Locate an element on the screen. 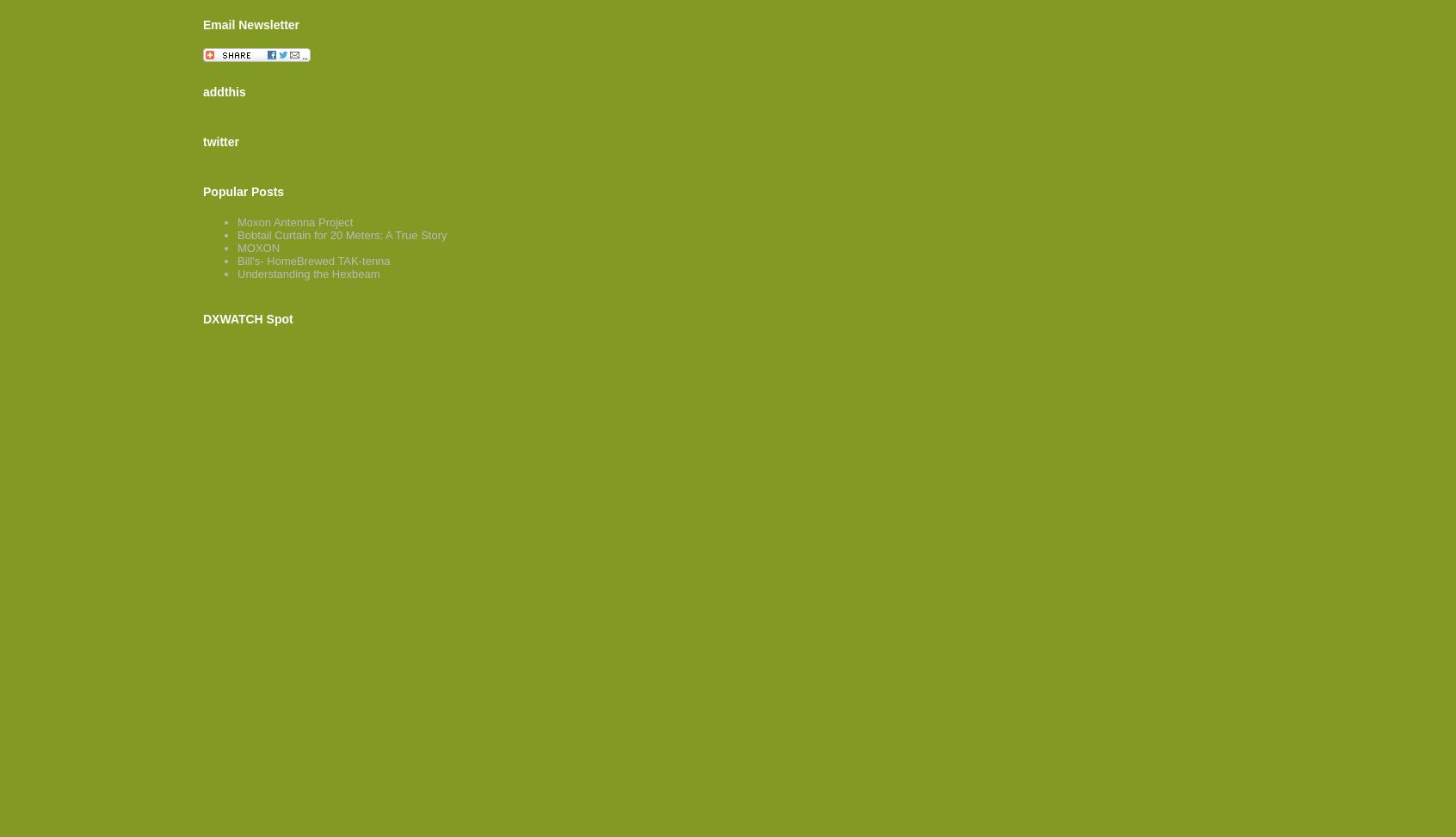  'MOXON' is located at coordinates (257, 248).